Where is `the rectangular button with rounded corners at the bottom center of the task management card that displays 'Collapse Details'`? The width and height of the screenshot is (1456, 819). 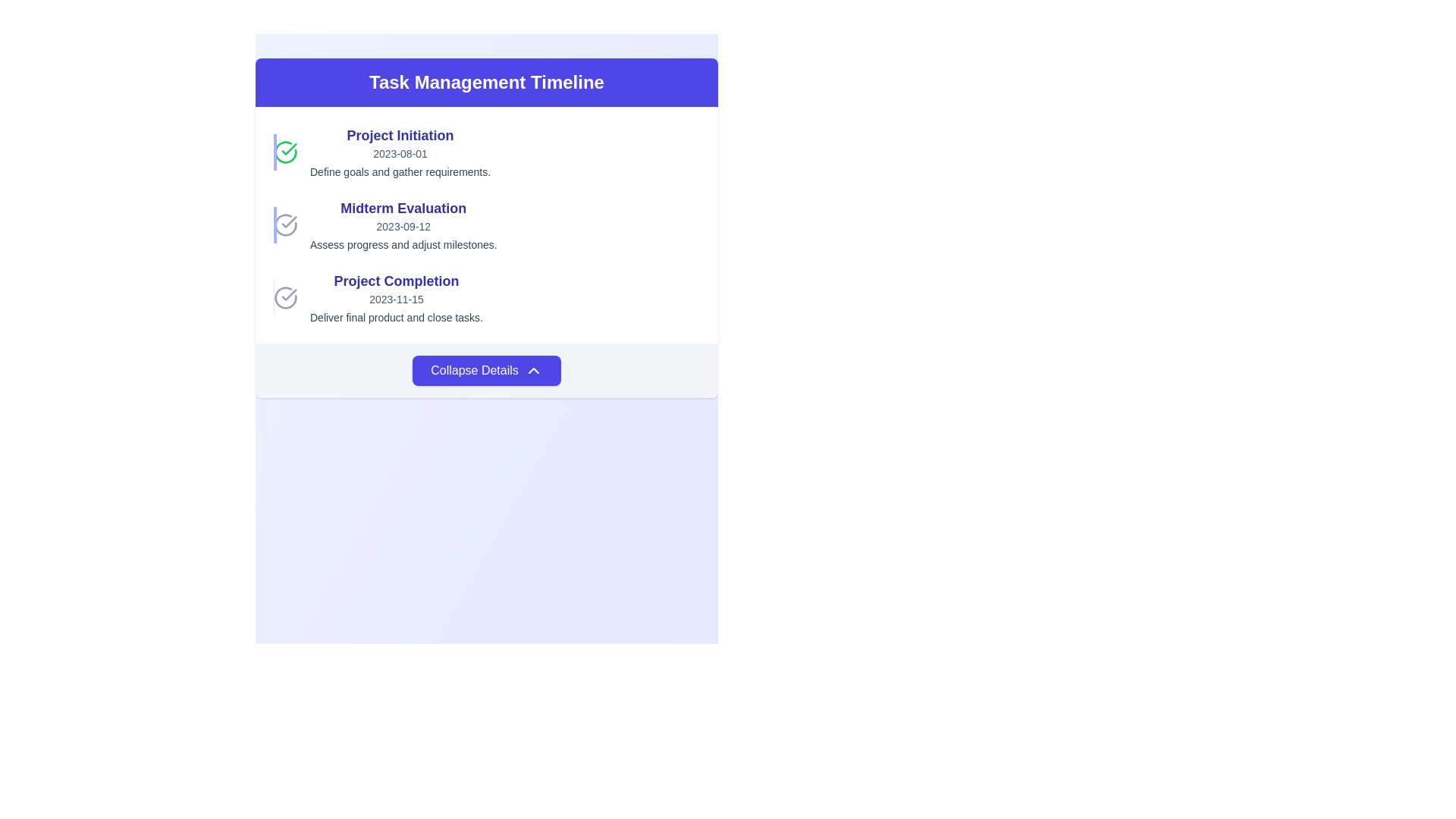
the rectangular button with rounded corners at the bottom center of the task management card that displays 'Collapse Details' is located at coordinates (487, 371).